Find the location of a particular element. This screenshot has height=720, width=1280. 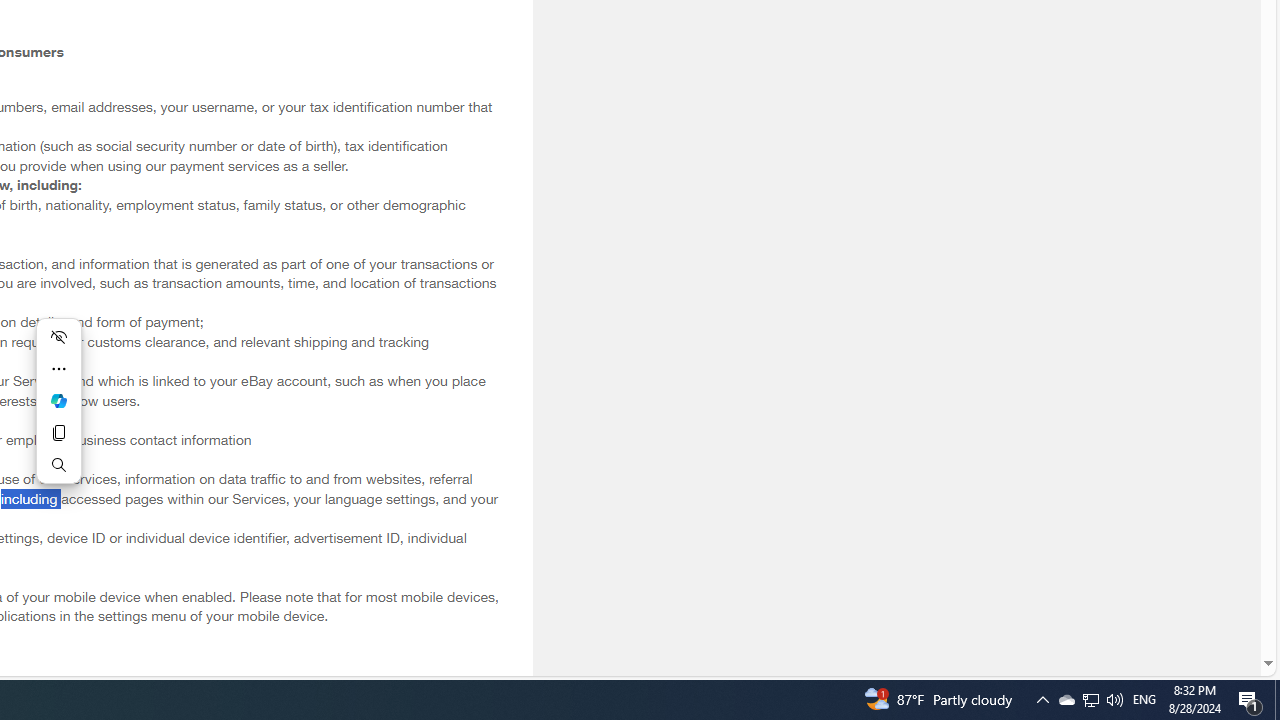

'More actions' is located at coordinates (58, 368).